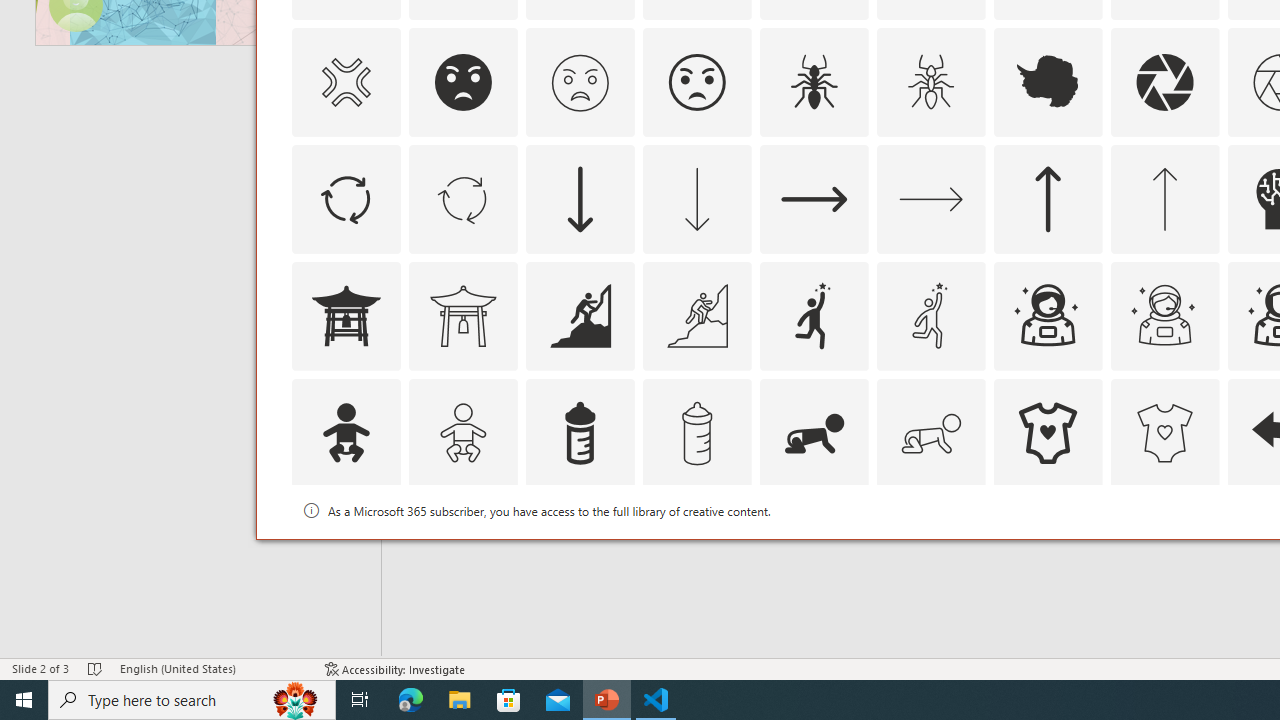 The height and width of the screenshot is (720, 1280). What do you see at coordinates (929, 431) in the screenshot?
I see `'AutomationID: Icons_BabyCrawling_M'` at bounding box center [929, 431].